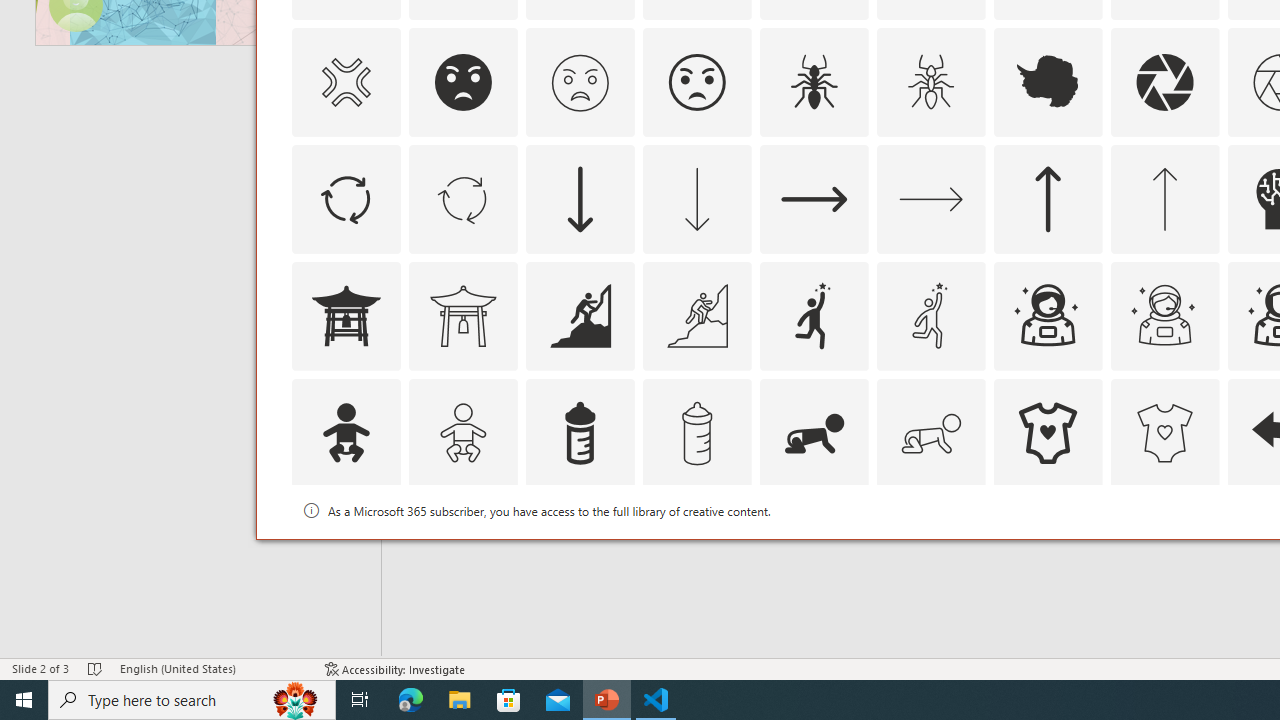 The height and width of the screenshot is (720, 1280). What do you see at coordinates (929, 431) in the screenshot?
I see `'AutomationID: Icons_BabyCrawling_M'` at bounding box center [929, 431].